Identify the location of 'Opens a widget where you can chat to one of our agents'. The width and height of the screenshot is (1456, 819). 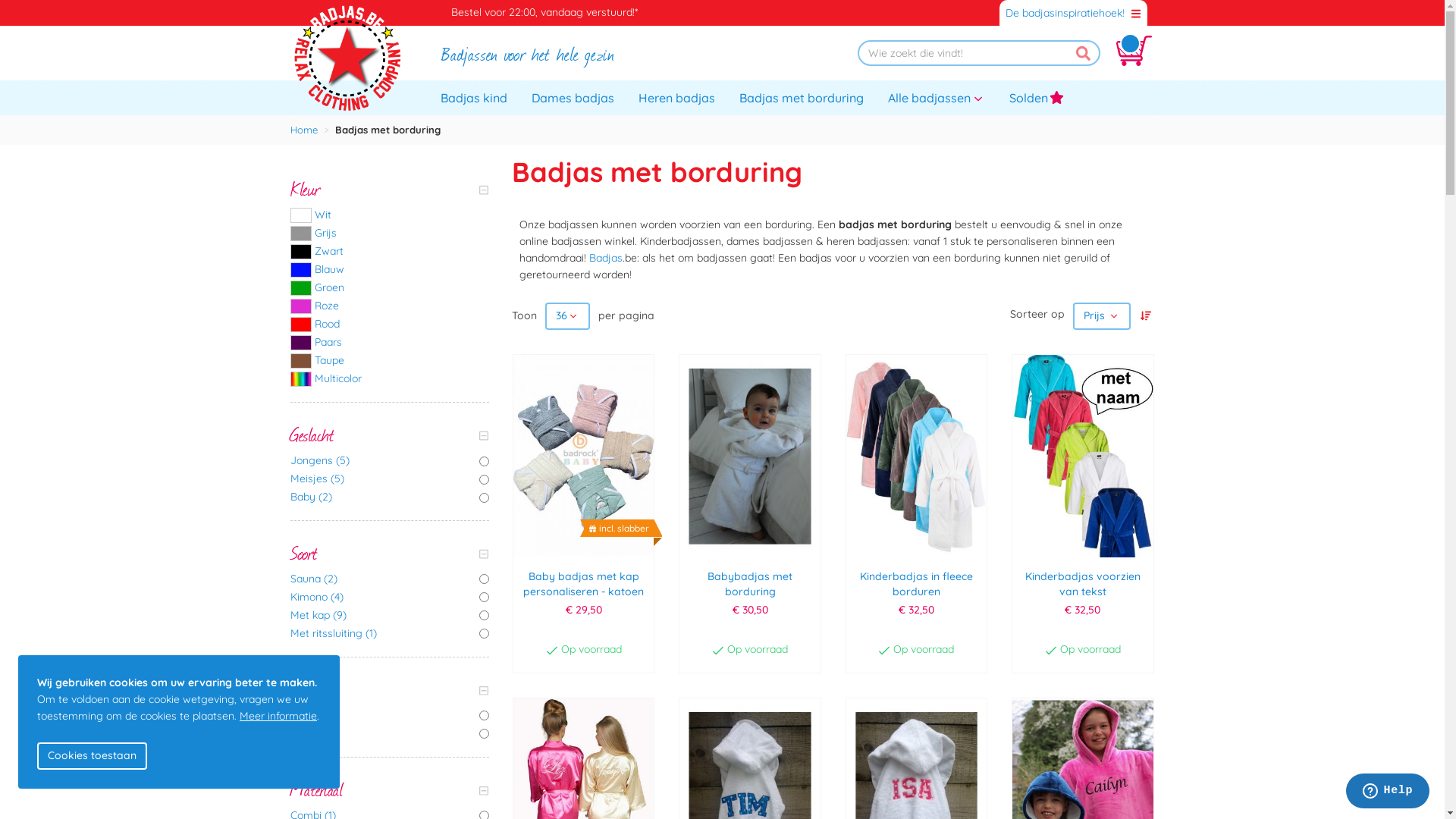
(1345, 792).